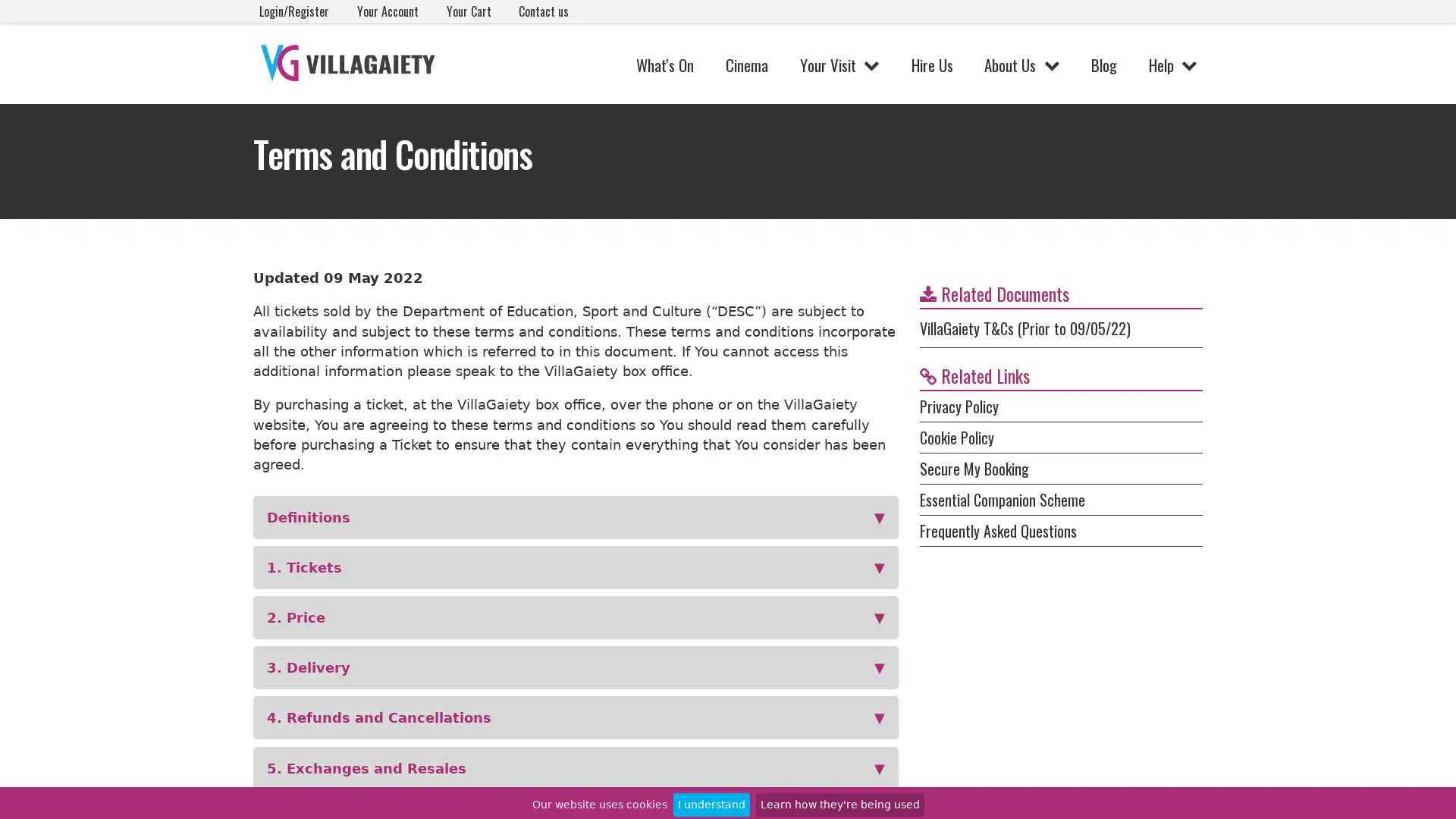 This screenshot has width=1456, height=819. I want to click on Your Visit, so click(838, 64).